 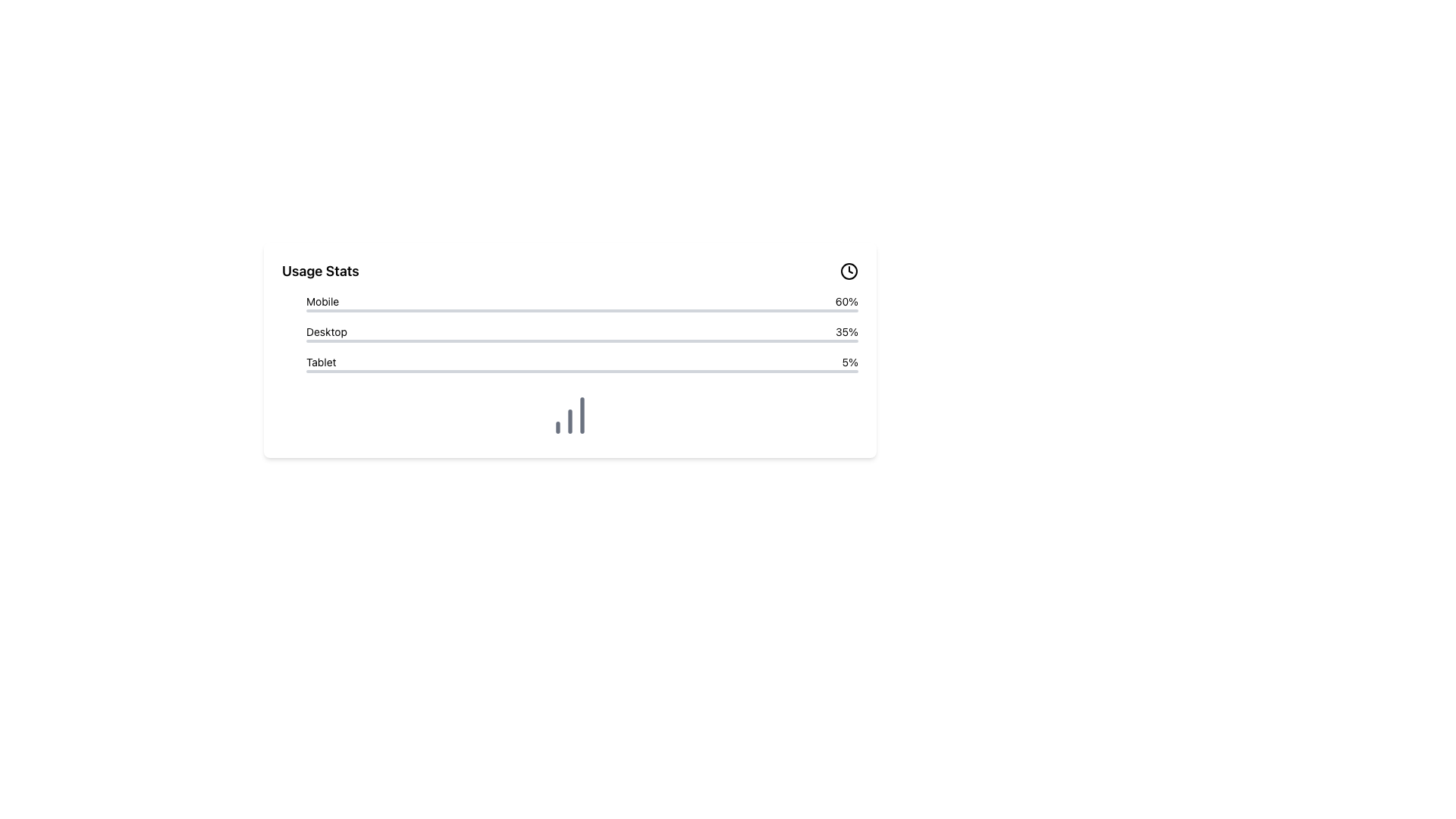 I want to click on the 'Usage Stats' text label, which is a bold, large font label located in the upper-left side of the panel, so click(x=319, y=271).